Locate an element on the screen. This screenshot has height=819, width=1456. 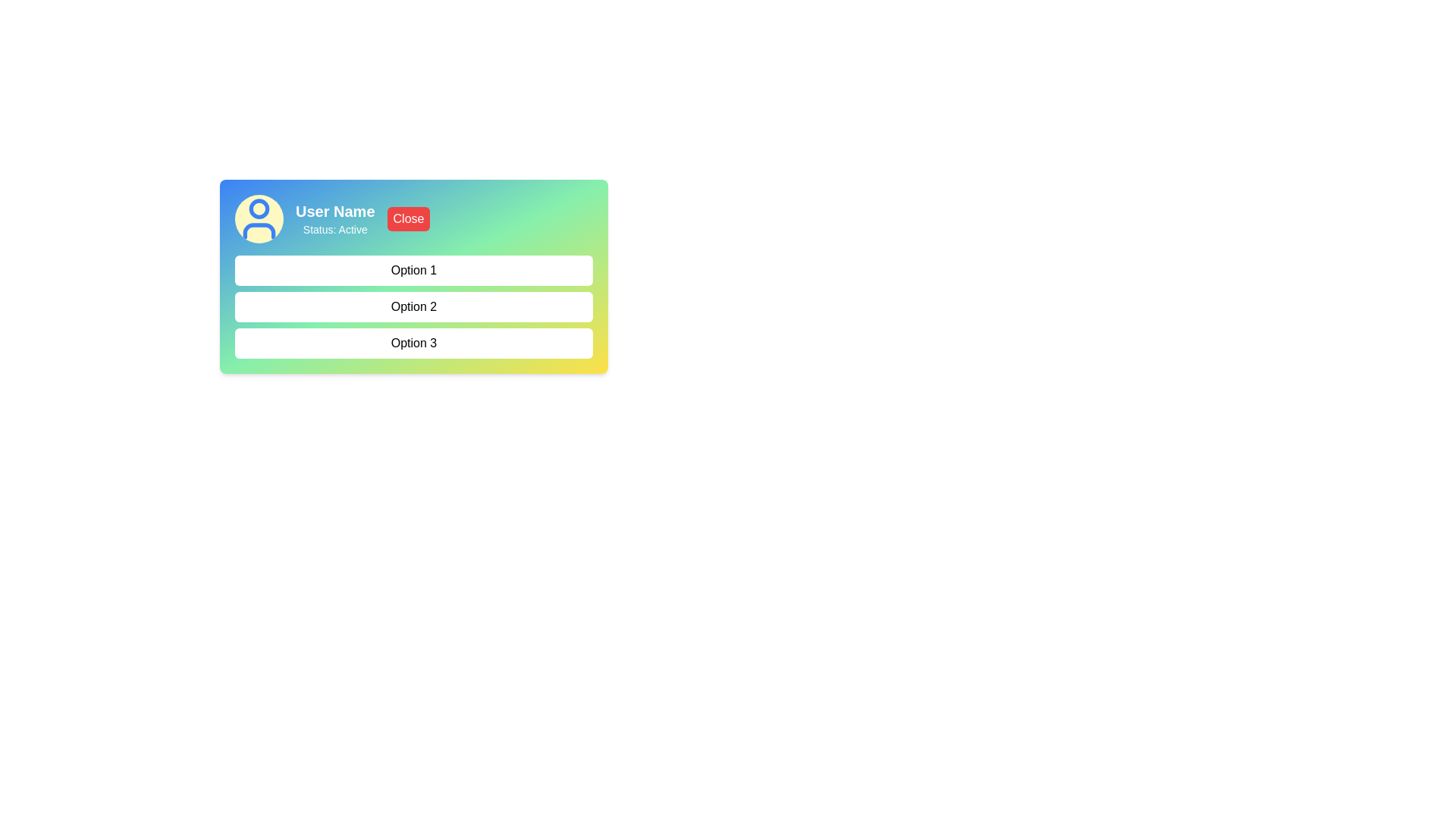
the static text label that displays the user status 'Active', located below and slightly to the right of 'User Name' is located at coordinates (334, 230).